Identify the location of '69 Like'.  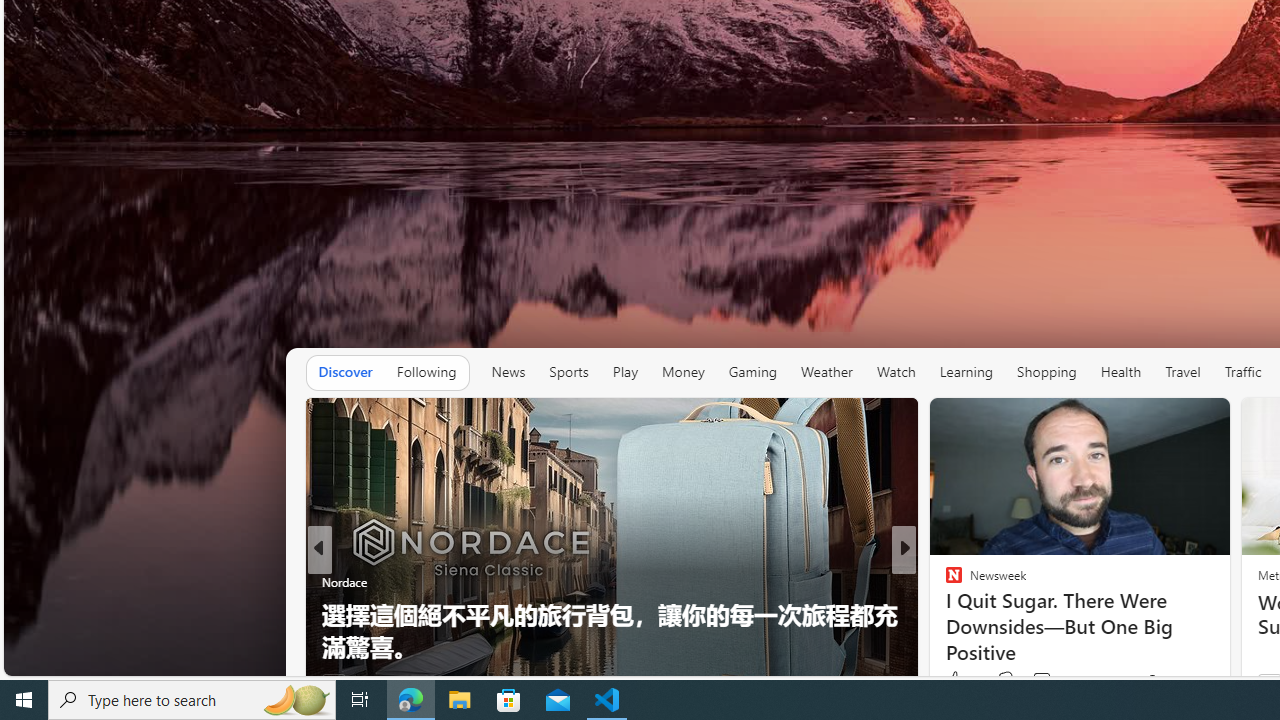
(955, 680).